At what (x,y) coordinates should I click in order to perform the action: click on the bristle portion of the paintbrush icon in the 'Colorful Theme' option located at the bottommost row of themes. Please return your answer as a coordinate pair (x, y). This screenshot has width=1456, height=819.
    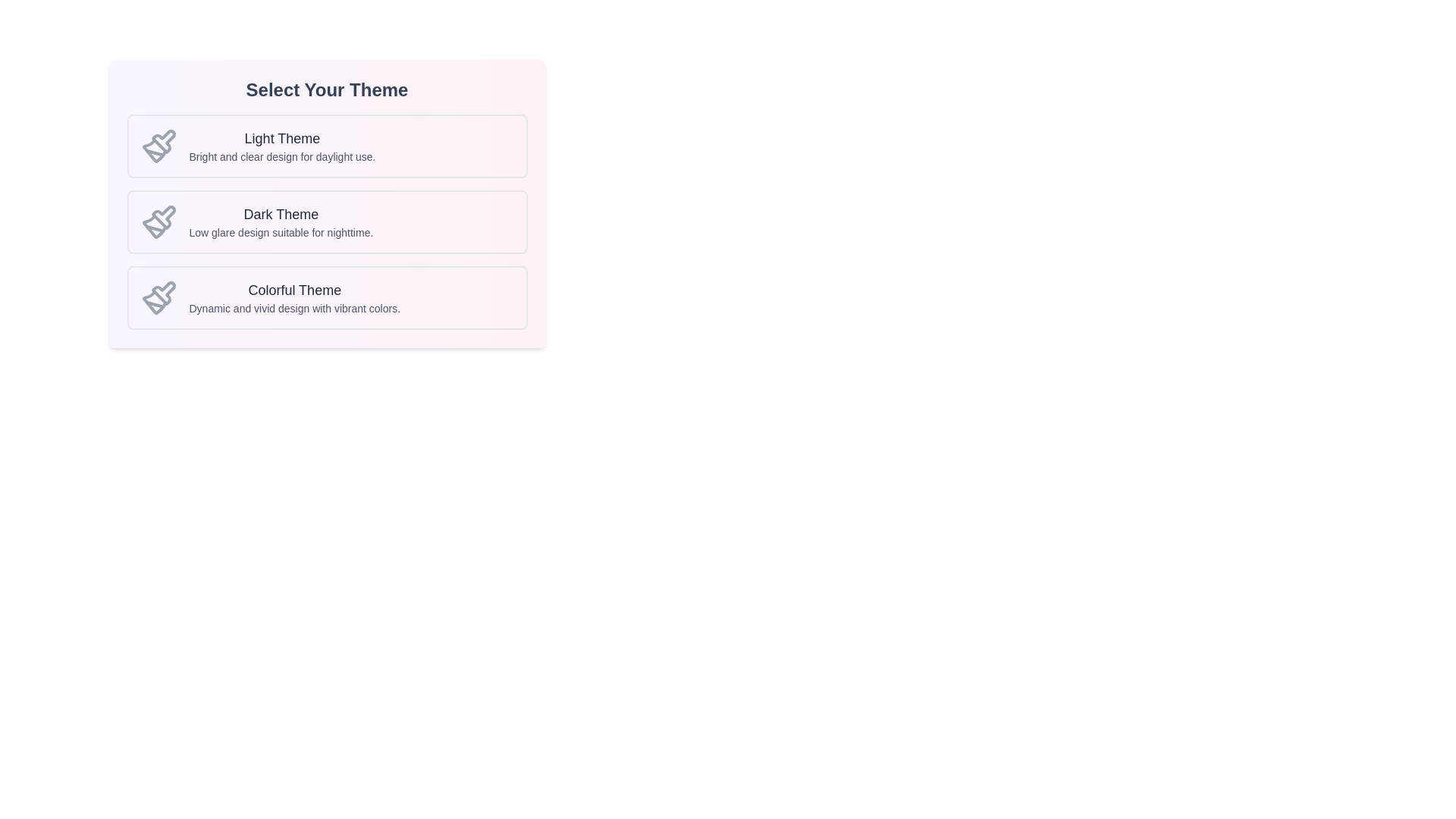
    Looking at the image, I should click on (155, 304).